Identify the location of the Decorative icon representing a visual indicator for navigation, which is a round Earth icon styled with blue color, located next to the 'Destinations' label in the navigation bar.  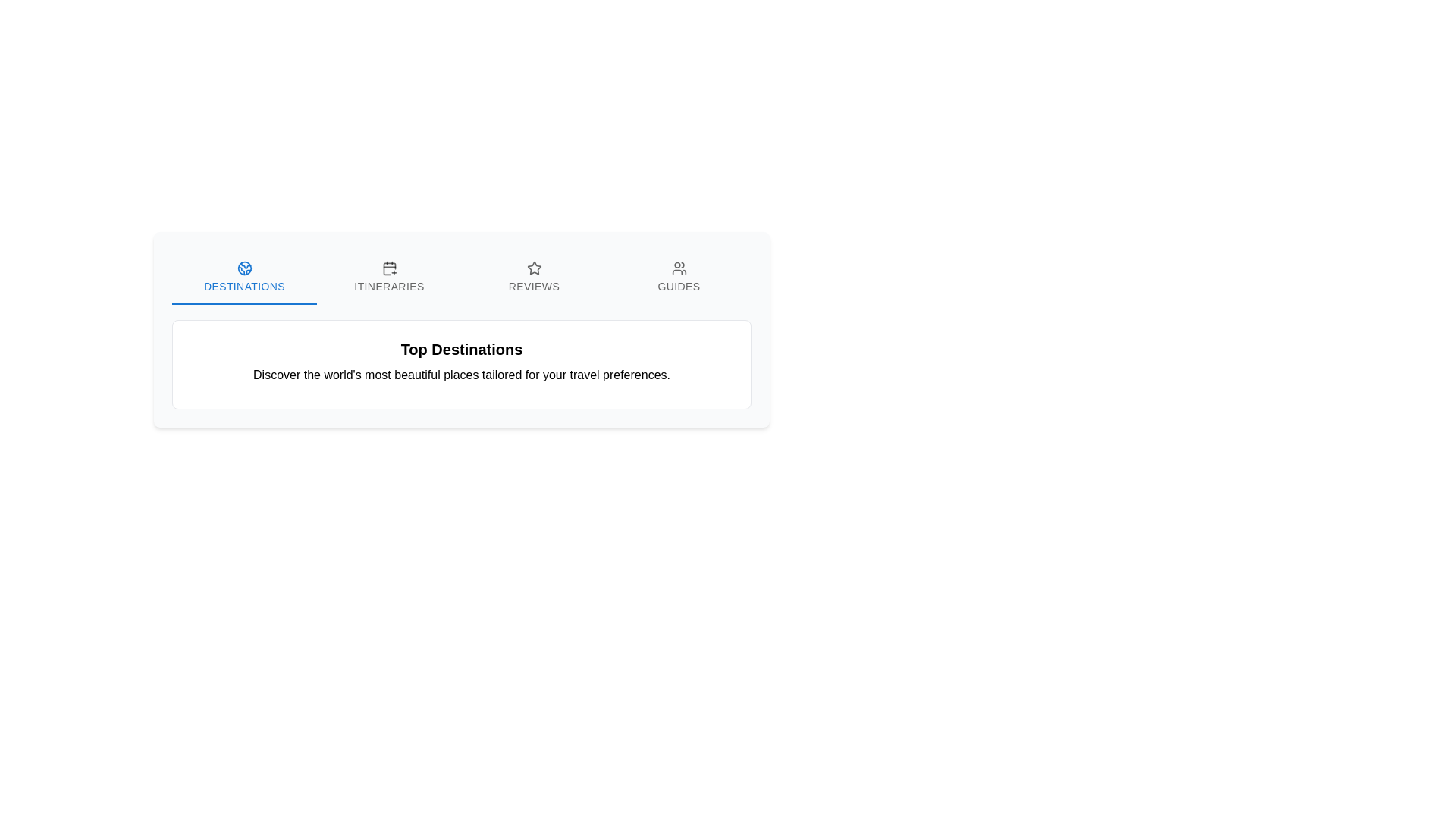
(244, 268).